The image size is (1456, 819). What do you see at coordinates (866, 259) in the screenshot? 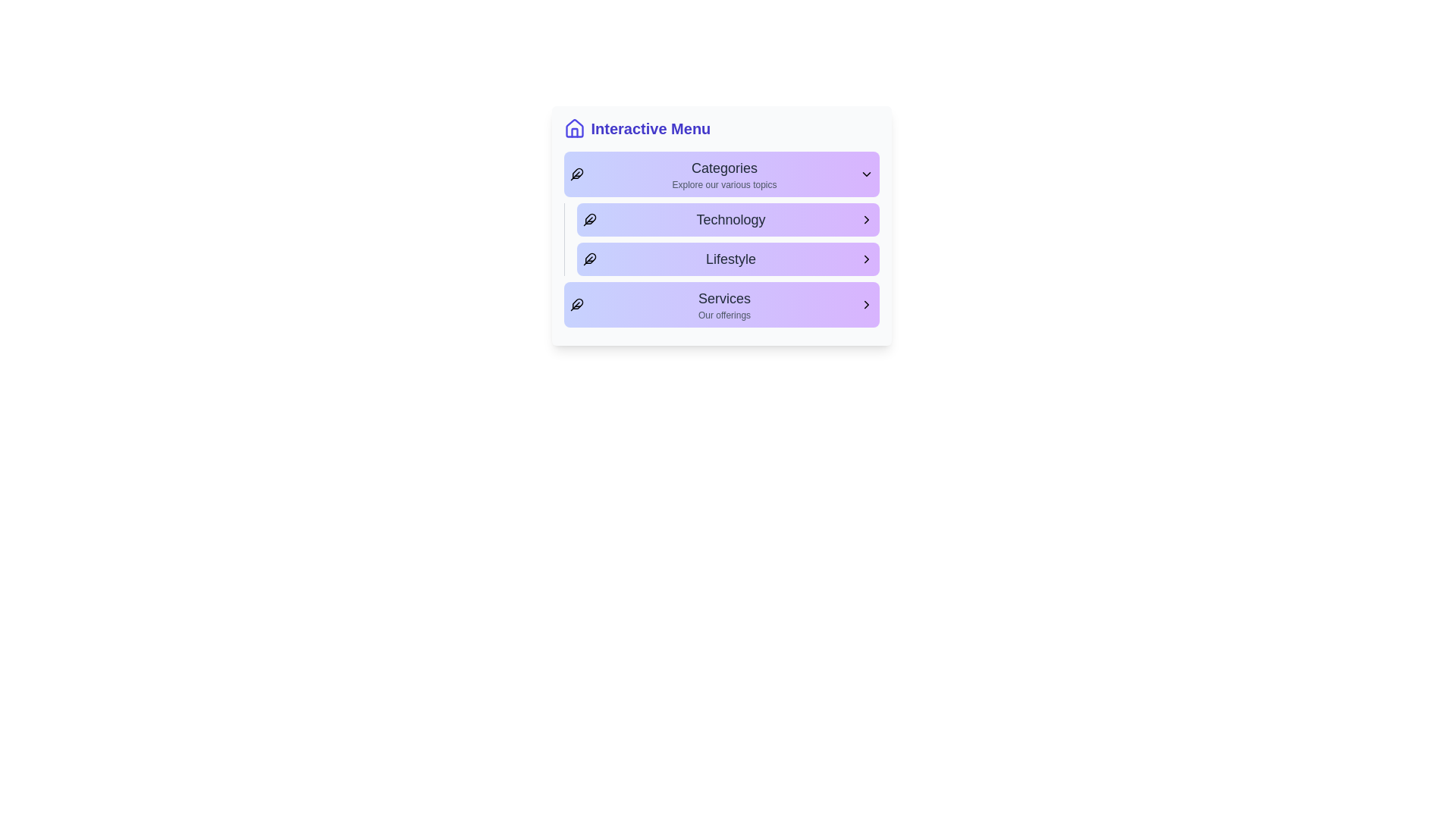
I see `the right-pointing chevron arrow icon adjacent to the 'Lifestyle' menu item` at bounding box center [866, 259].